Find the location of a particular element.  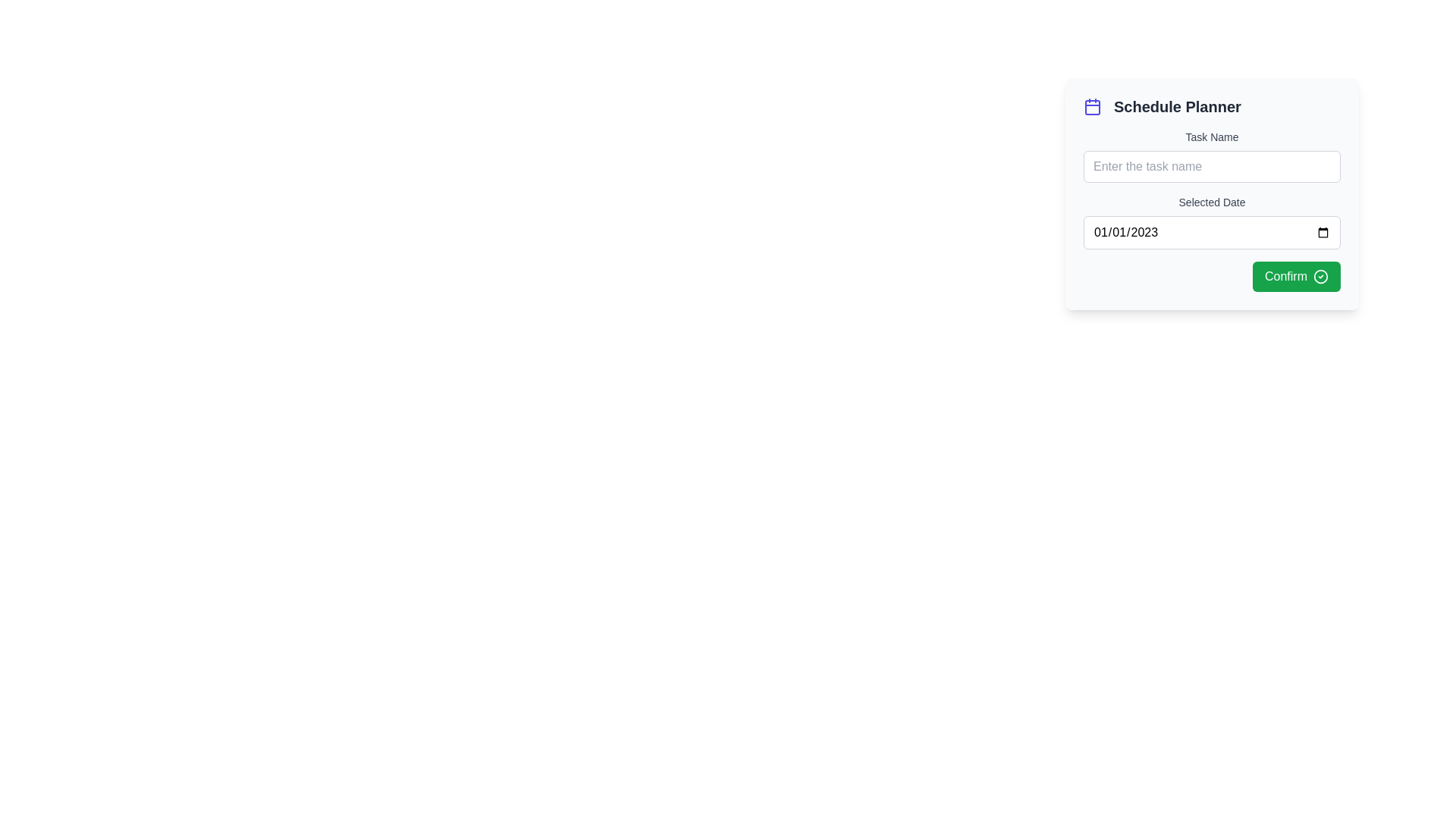

the green rectangular 'Confirm' button with rounded corners located in the bottom-right corner of the 'Schedule Planner' dialog to confirm is located at coordinates (1295, 277).